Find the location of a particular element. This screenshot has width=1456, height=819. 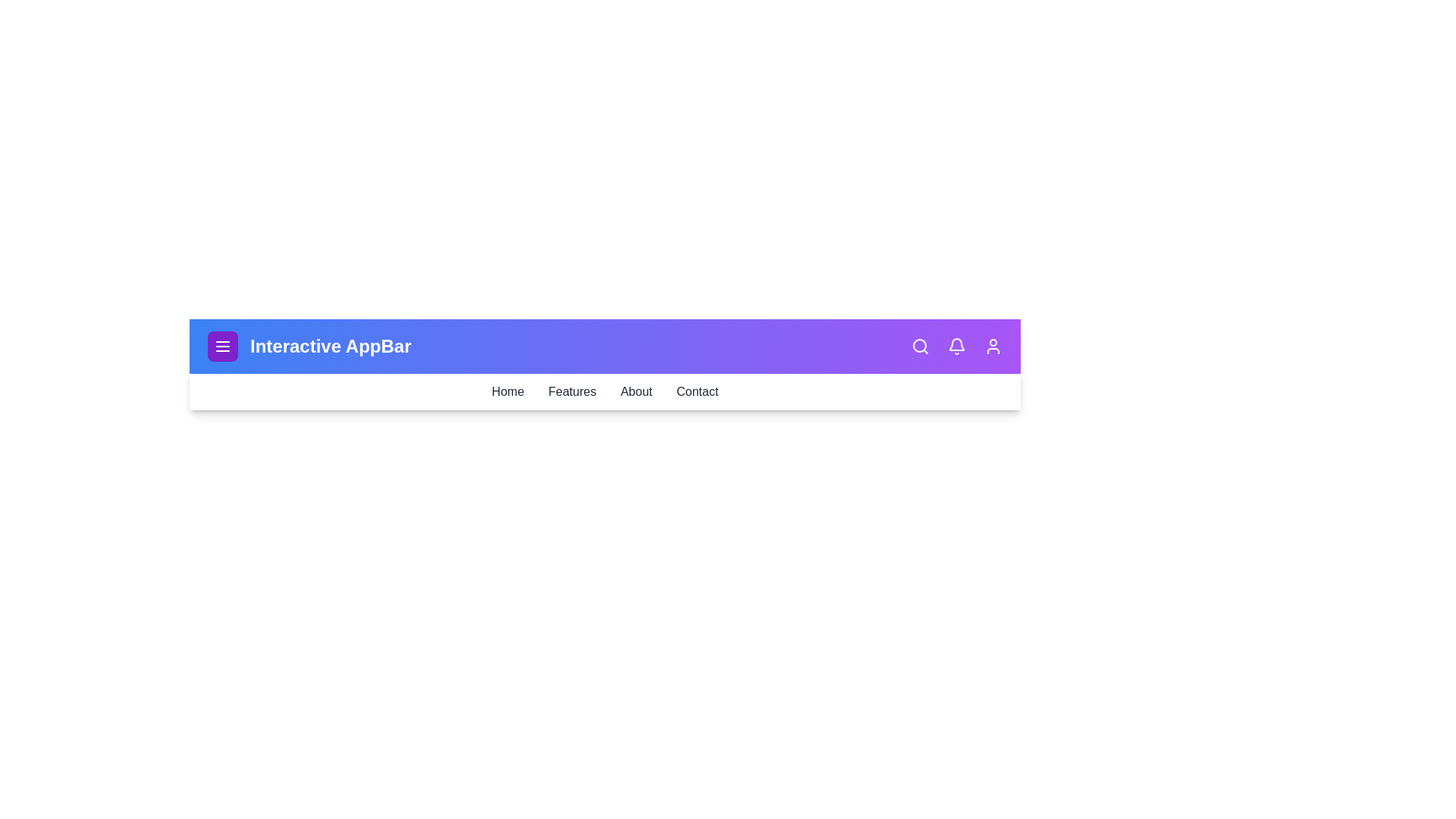

the Features link in the navigation menu is located at coordinates (571, 391).